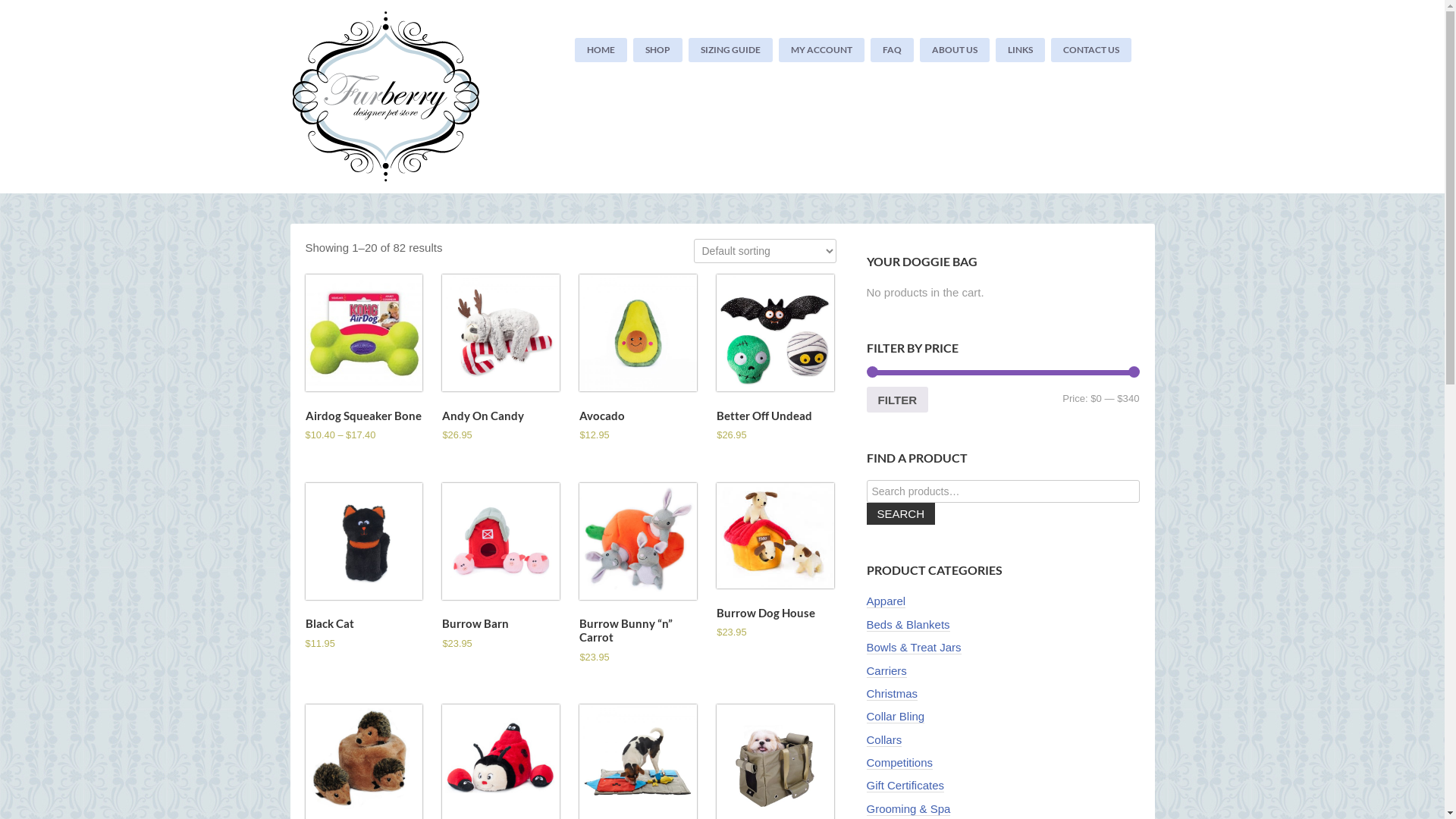 Image resolution: width=1456 pixels, height=819 pixels. Describe the element at coordinates (899, 763) in the screenshot. I see `'Competitions'` at that location.